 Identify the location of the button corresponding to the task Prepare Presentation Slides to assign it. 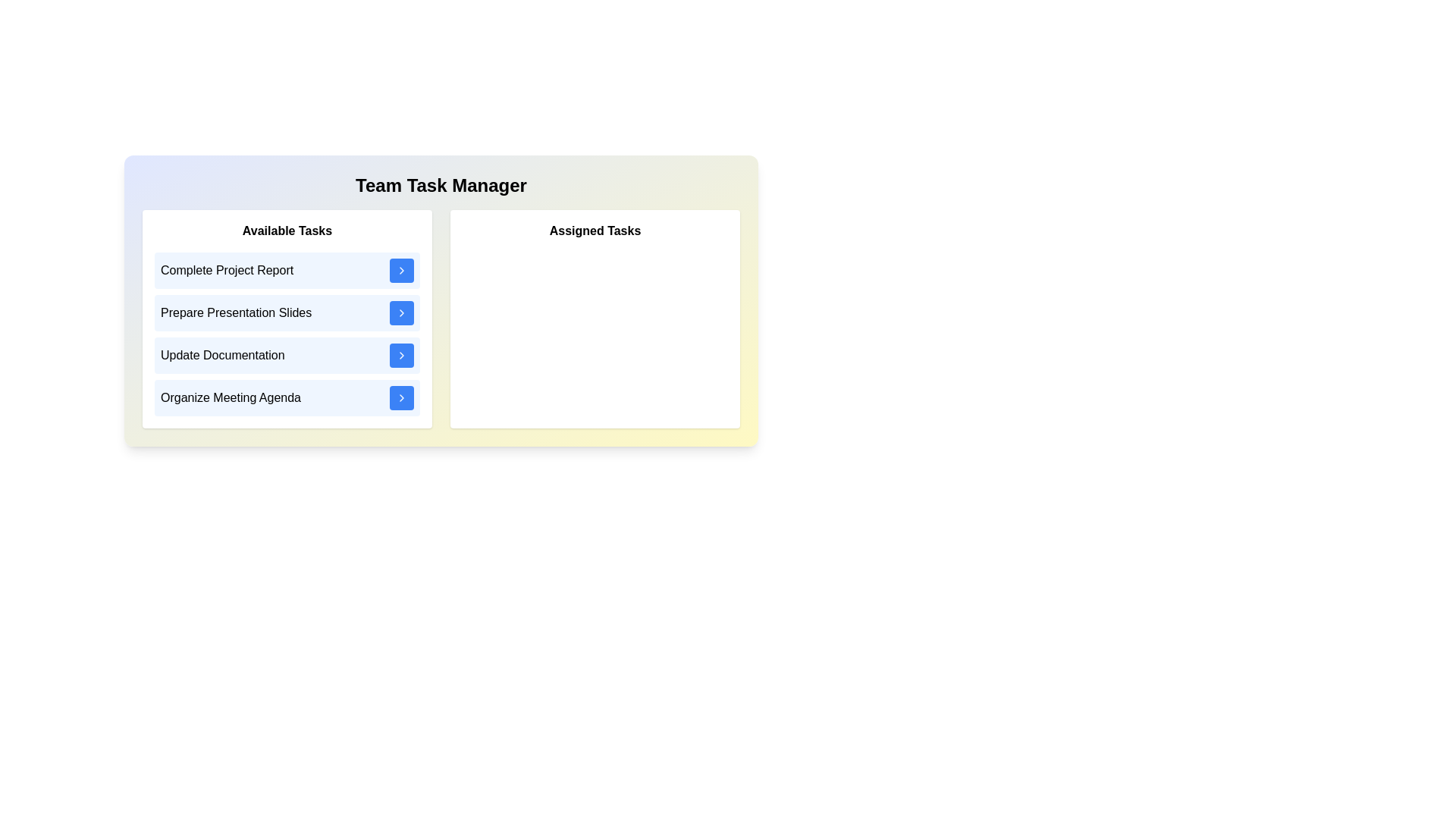
(401, 312).